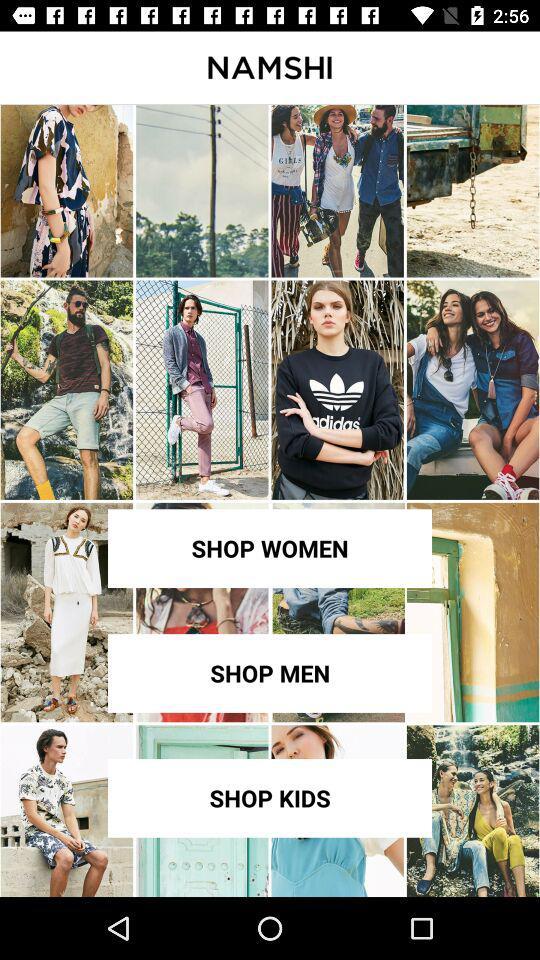 The height and width of the screenshot is (960, 540). What do you see at coordinates (270, 798) in the screenshot?
I see `shop kids item` at bounding box center [270, 798].